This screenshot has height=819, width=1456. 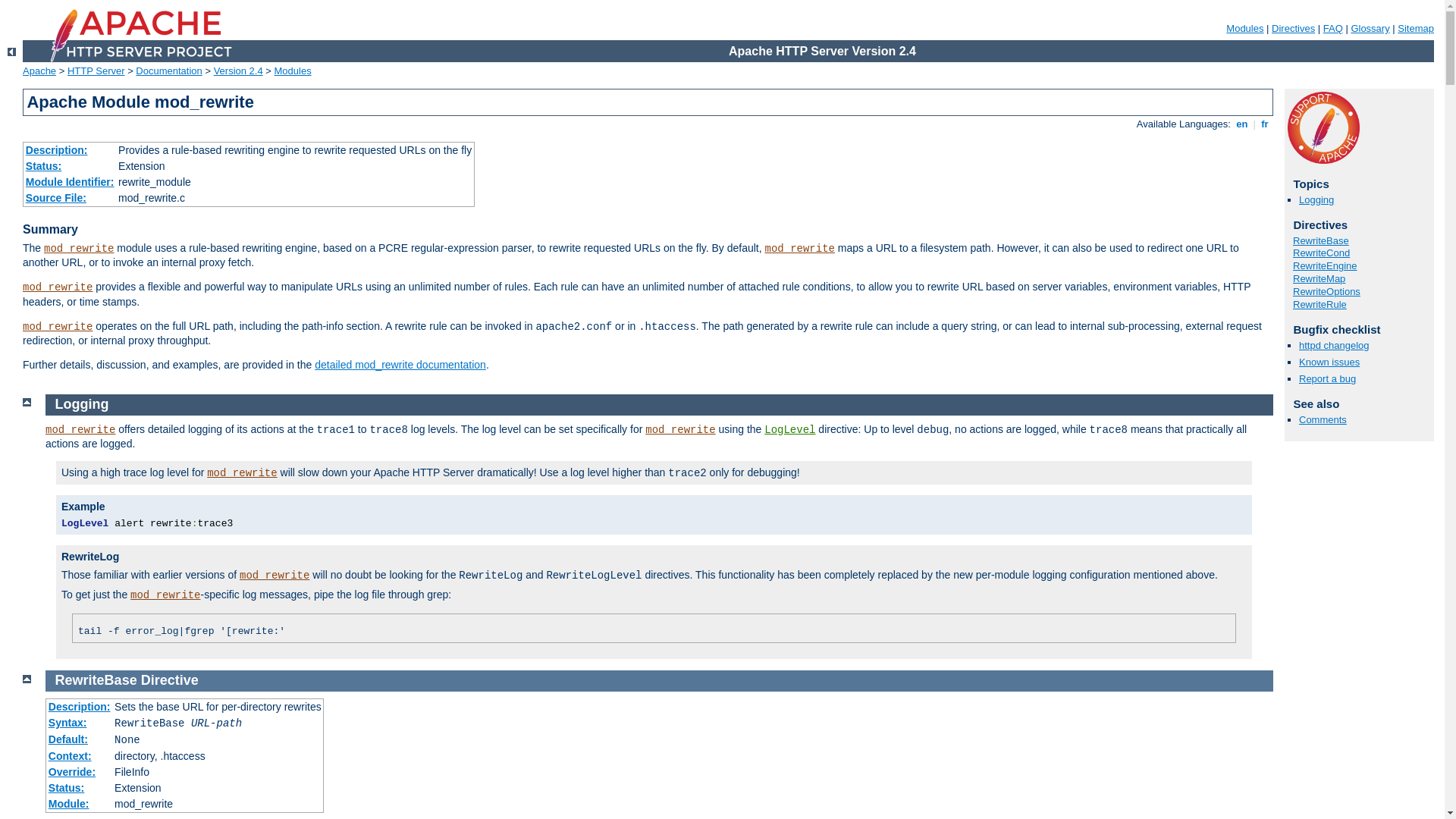 I want to click on 'Module Identifier:', so click(x=25, y=180).